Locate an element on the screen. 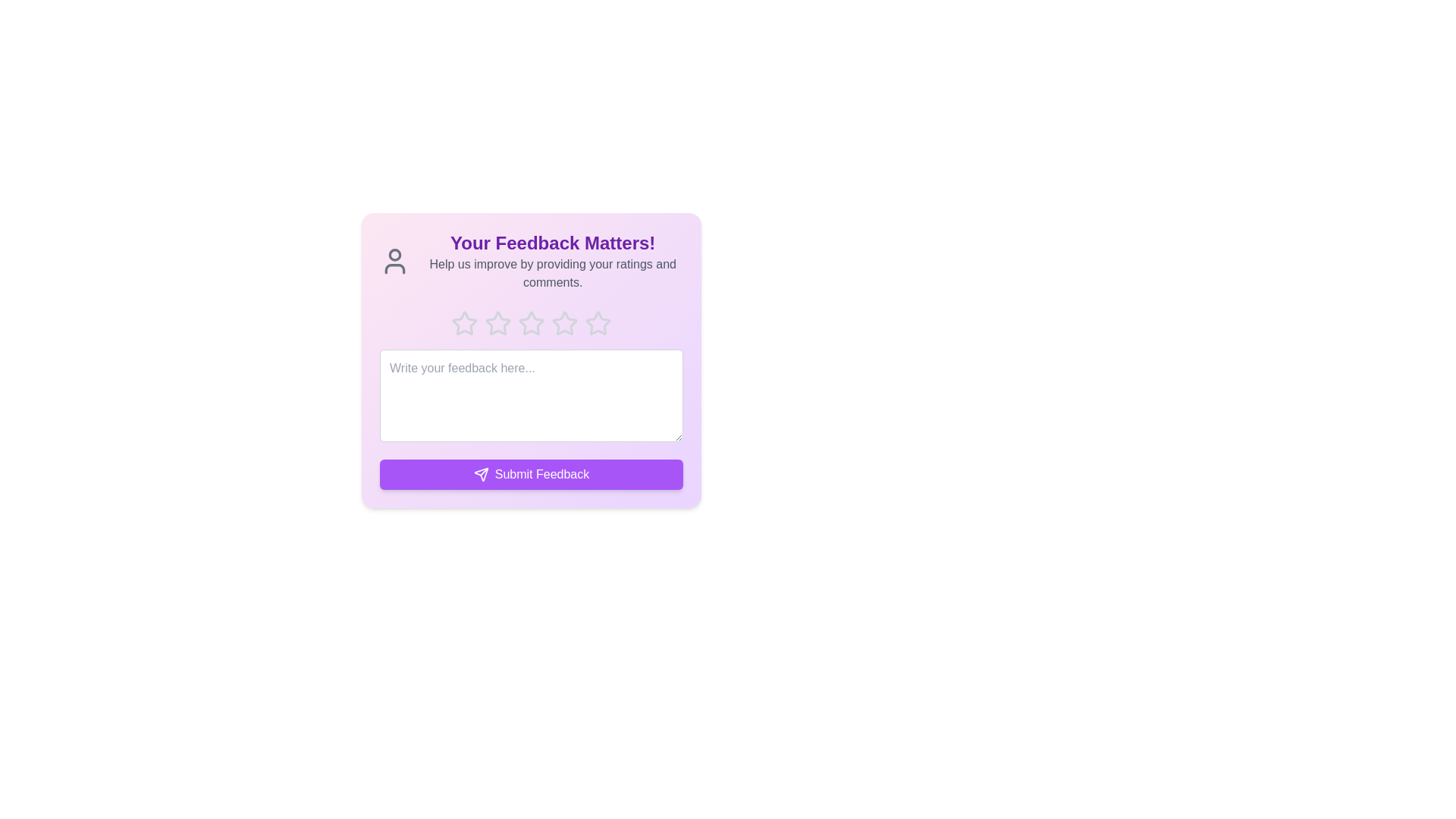 This screenshot has width=1456, height=819. the star corresponding to 2 to preview the rating is located at coordinates (498, 323).